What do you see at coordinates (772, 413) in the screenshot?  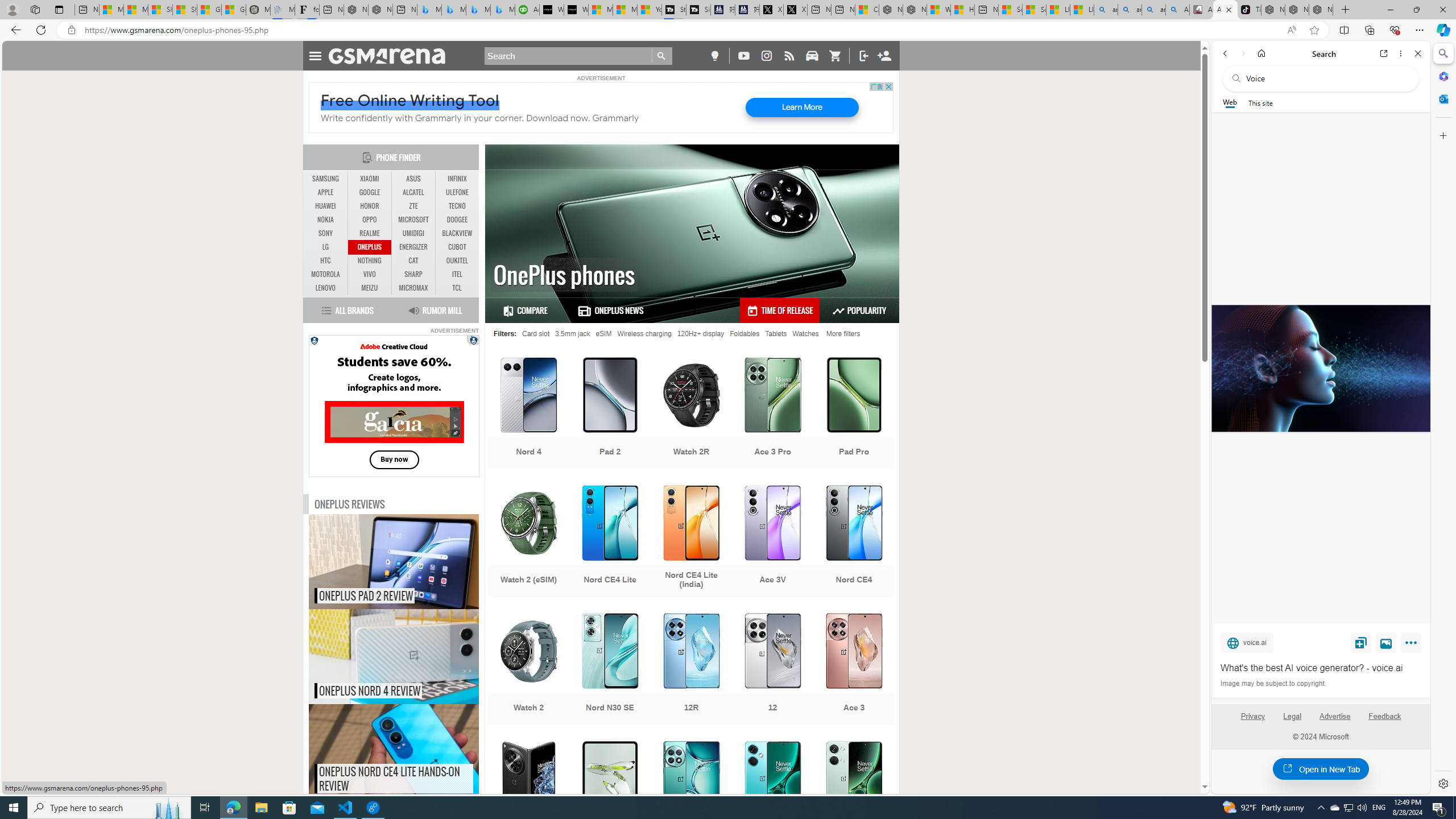 I see `'Ace 3 Pro'` at bounding box center [772, 413].